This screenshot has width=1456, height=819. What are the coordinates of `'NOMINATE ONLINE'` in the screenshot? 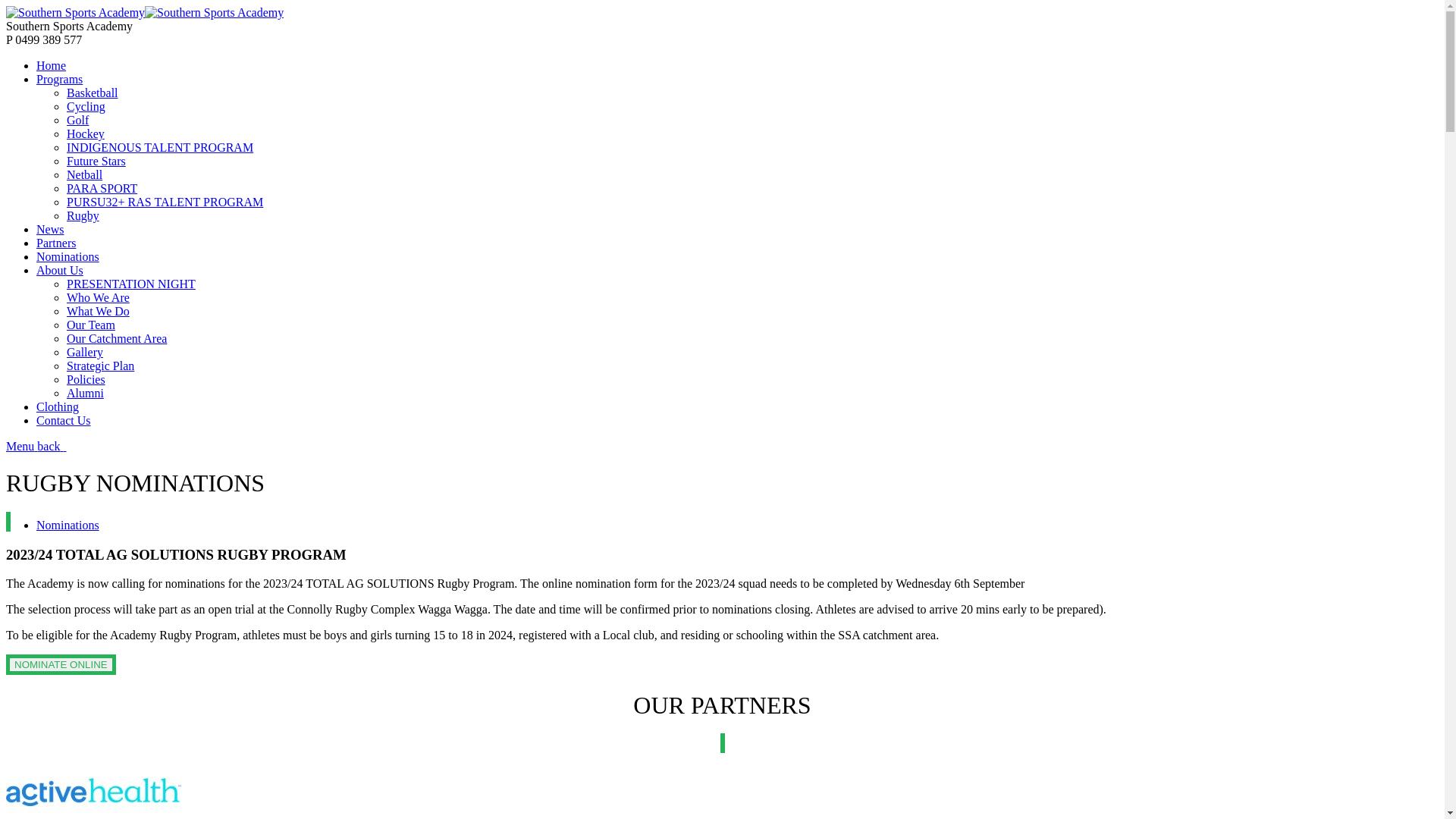 It's located at (61, 664).